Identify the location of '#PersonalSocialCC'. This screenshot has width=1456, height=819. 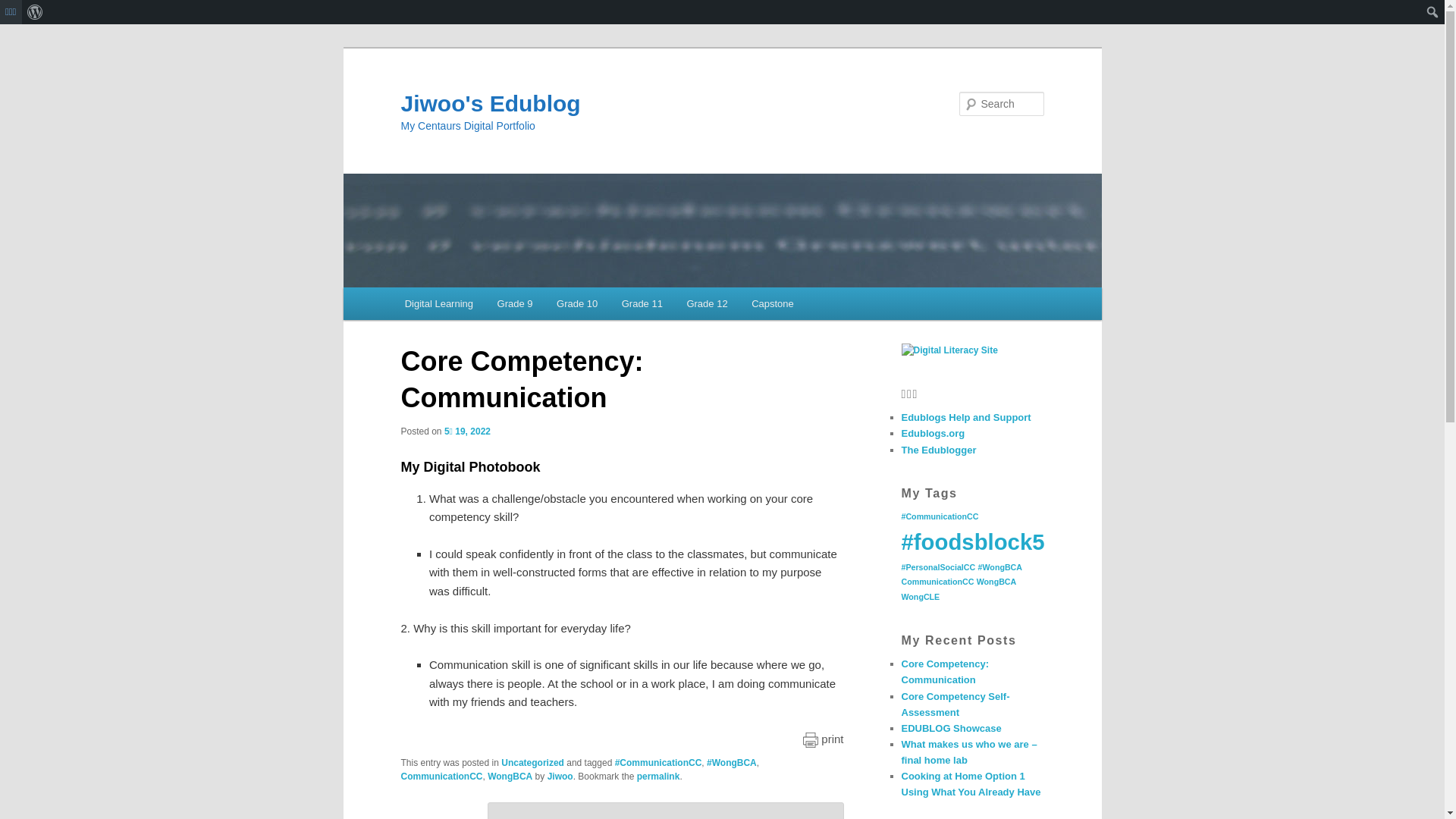
(937, 567).